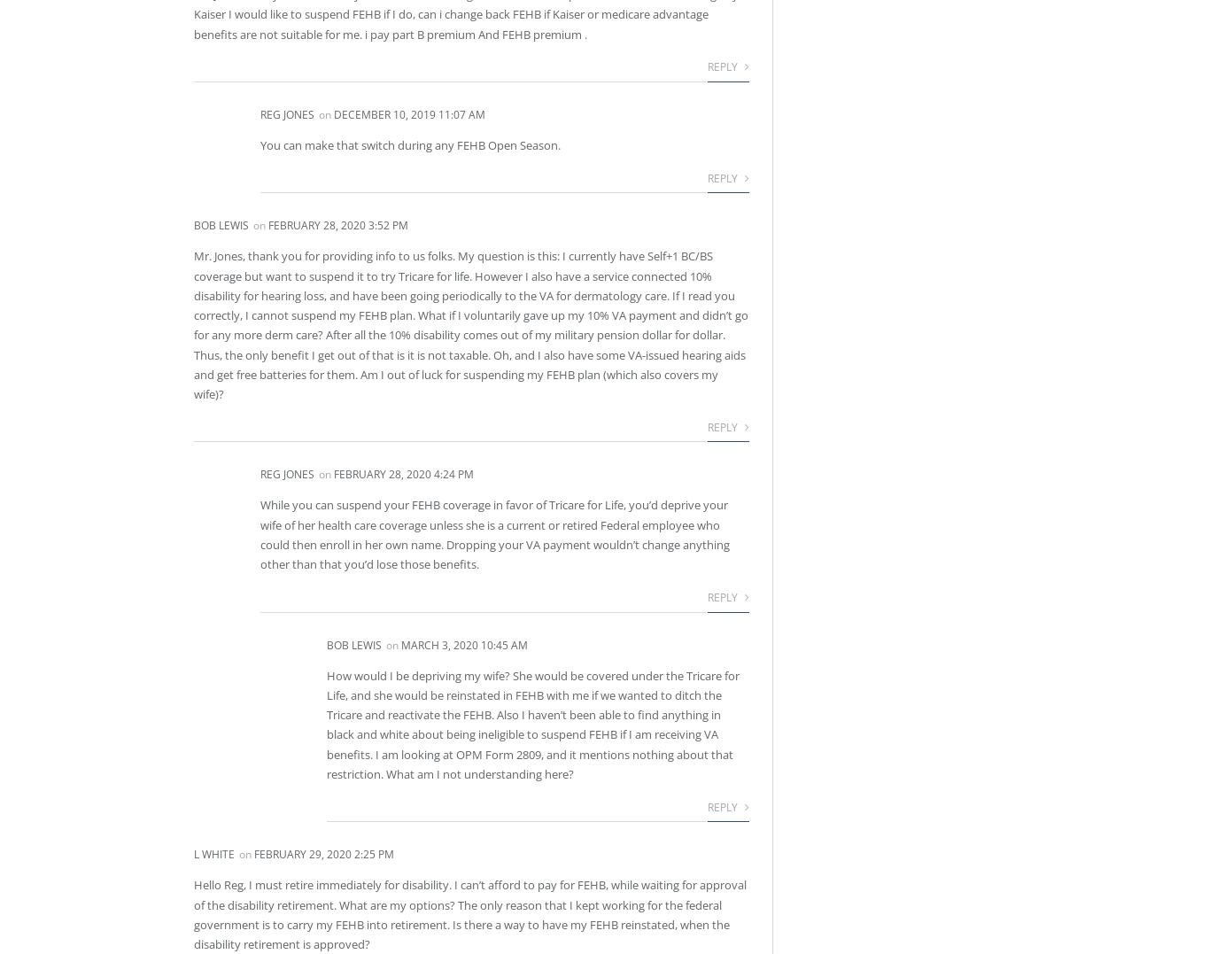 The width and height of the screenshot is (1232, 954). Describe the element at coordinates (213, 854) in the screenshot. I see `'L White'` at that location.